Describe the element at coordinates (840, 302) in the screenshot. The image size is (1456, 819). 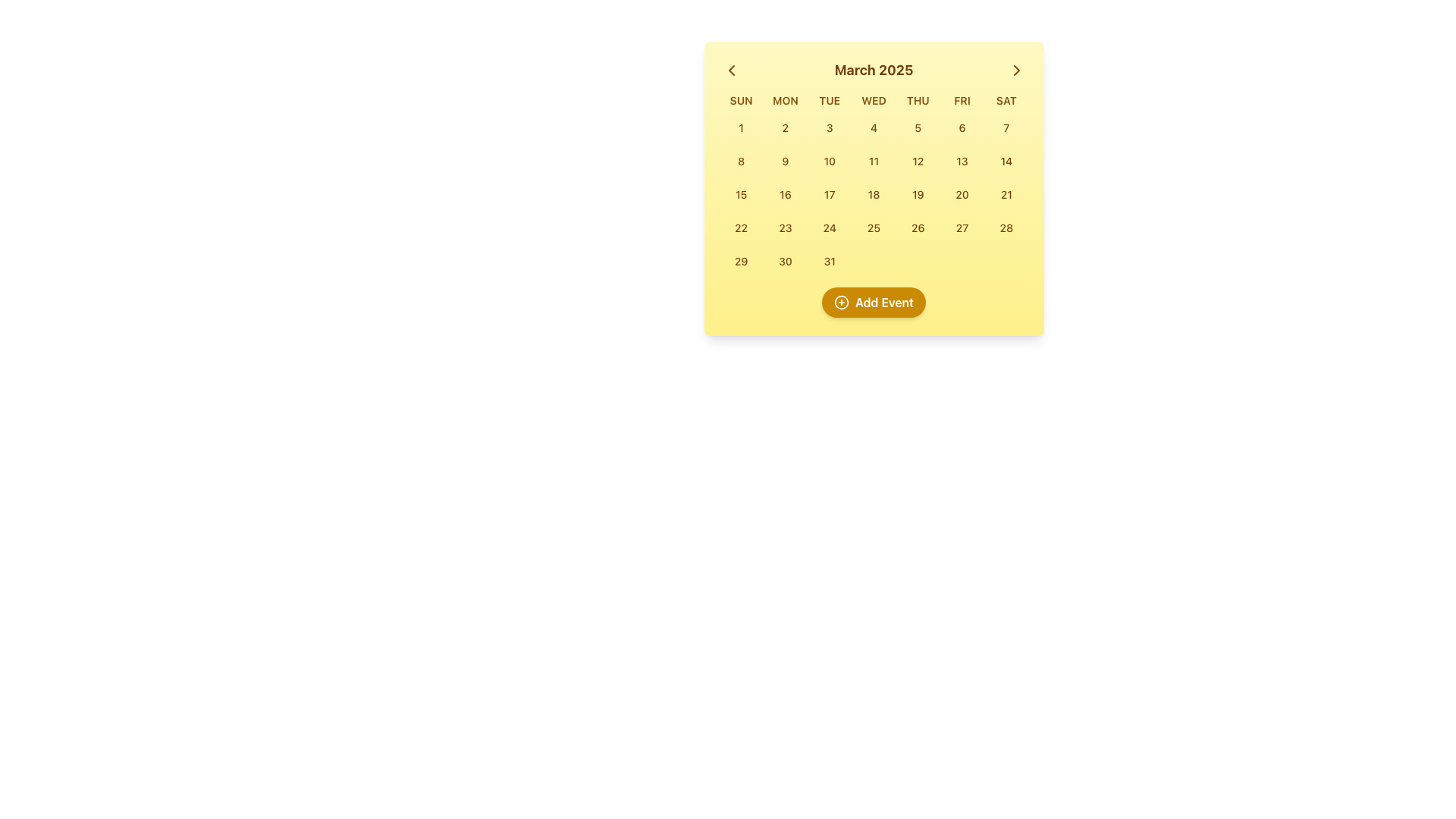
I see `the outer ring of the 'Add Event' button, which is a circle with a thin border and no fill, located at the bottom center of the yellow calendar interface` at that location.